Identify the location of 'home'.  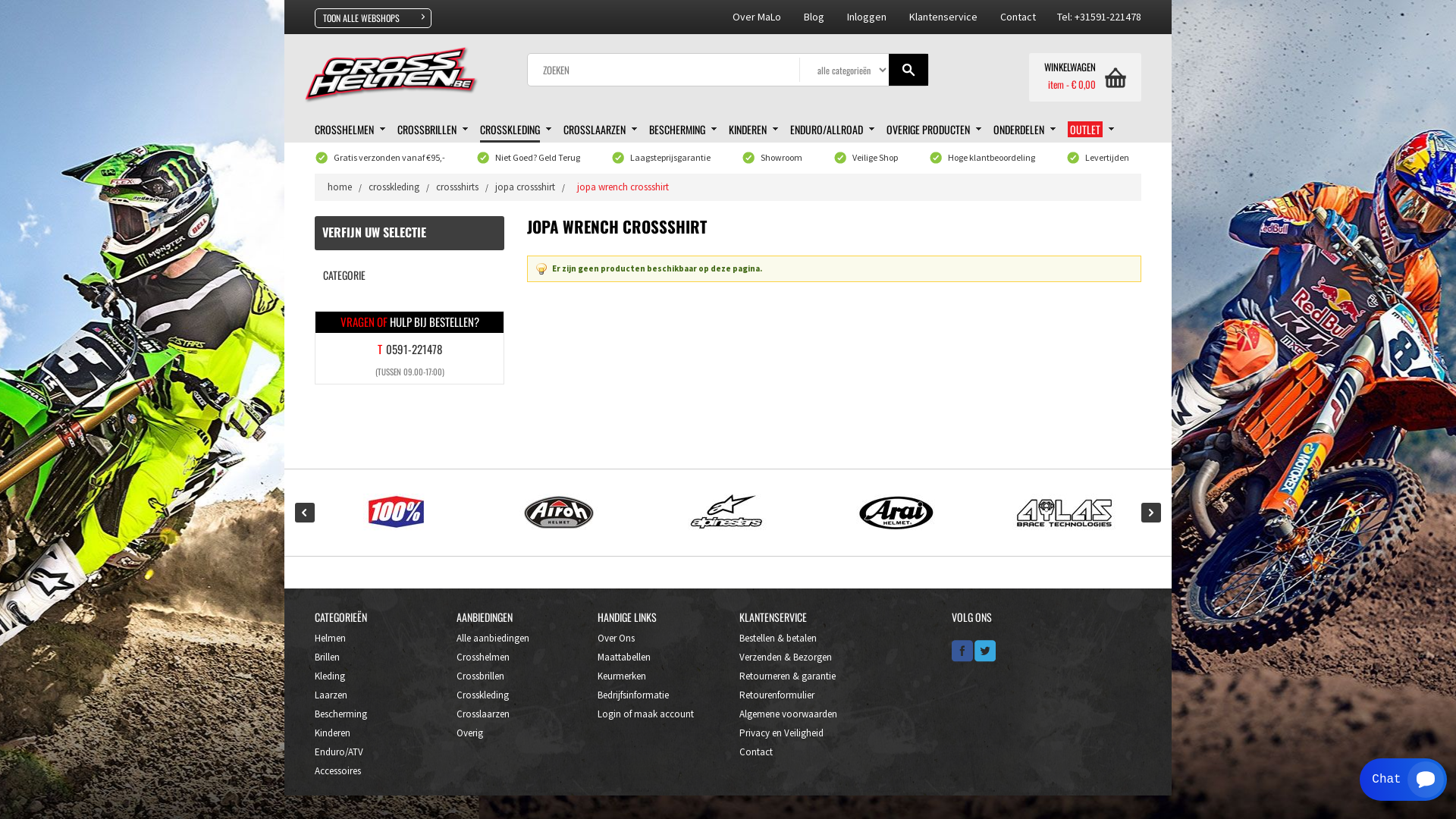
(322, 186).